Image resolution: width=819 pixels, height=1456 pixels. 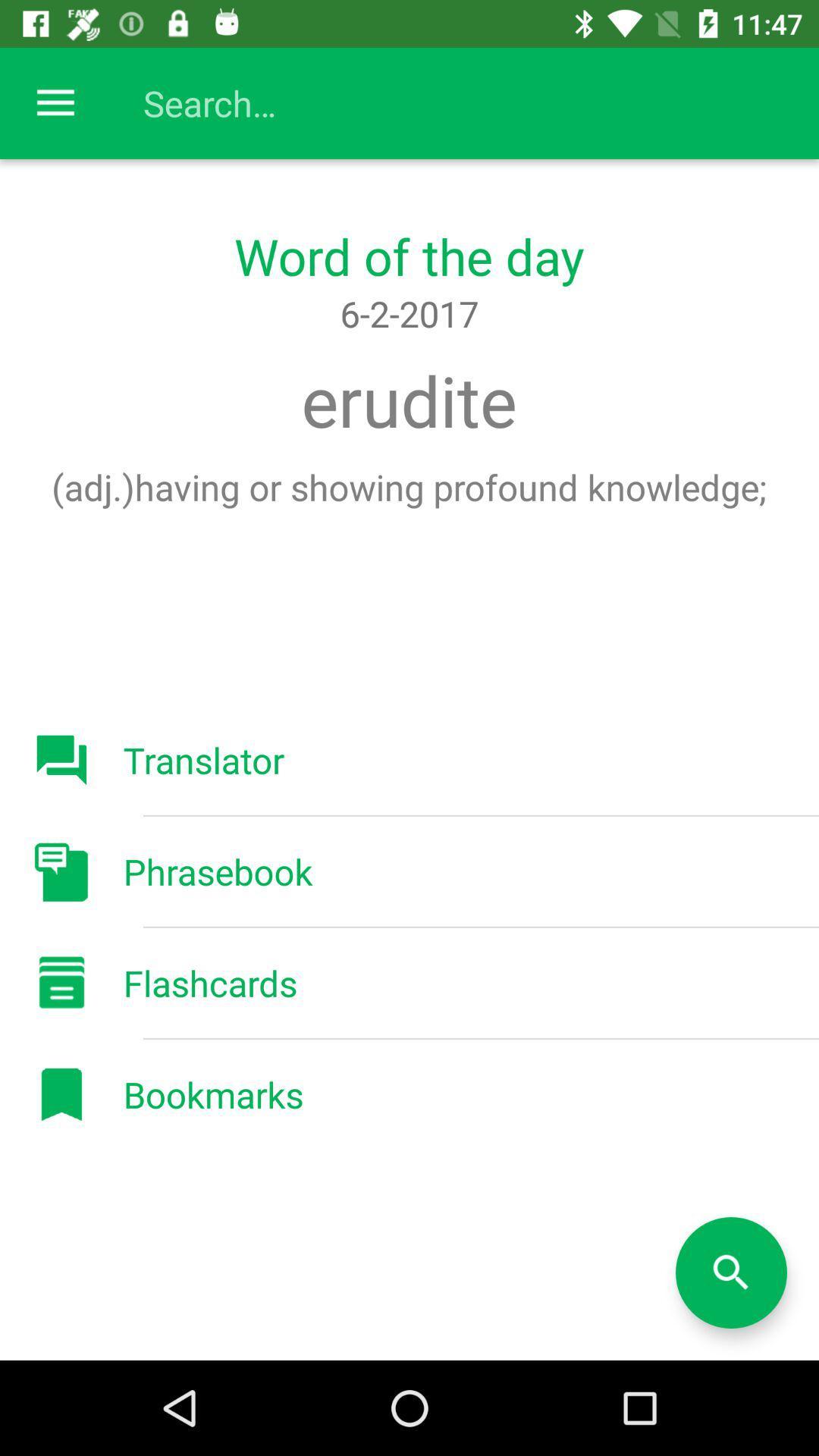 What do you see at coordinates (202, 760) in the screenshot?
I see `the translator` at bounding box center [202, 760].